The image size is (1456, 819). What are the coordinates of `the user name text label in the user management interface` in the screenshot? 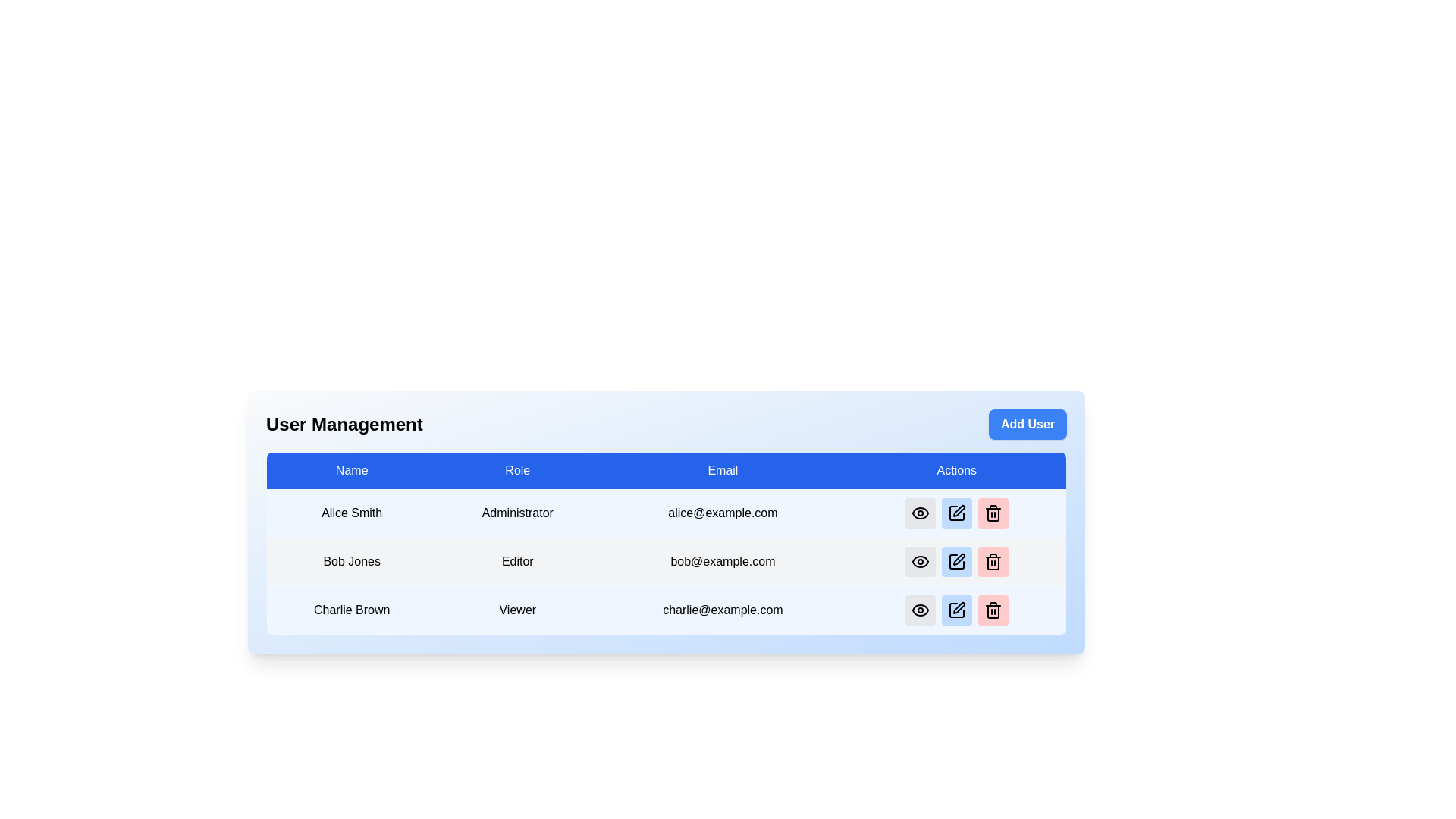 It's located at (350, 513).